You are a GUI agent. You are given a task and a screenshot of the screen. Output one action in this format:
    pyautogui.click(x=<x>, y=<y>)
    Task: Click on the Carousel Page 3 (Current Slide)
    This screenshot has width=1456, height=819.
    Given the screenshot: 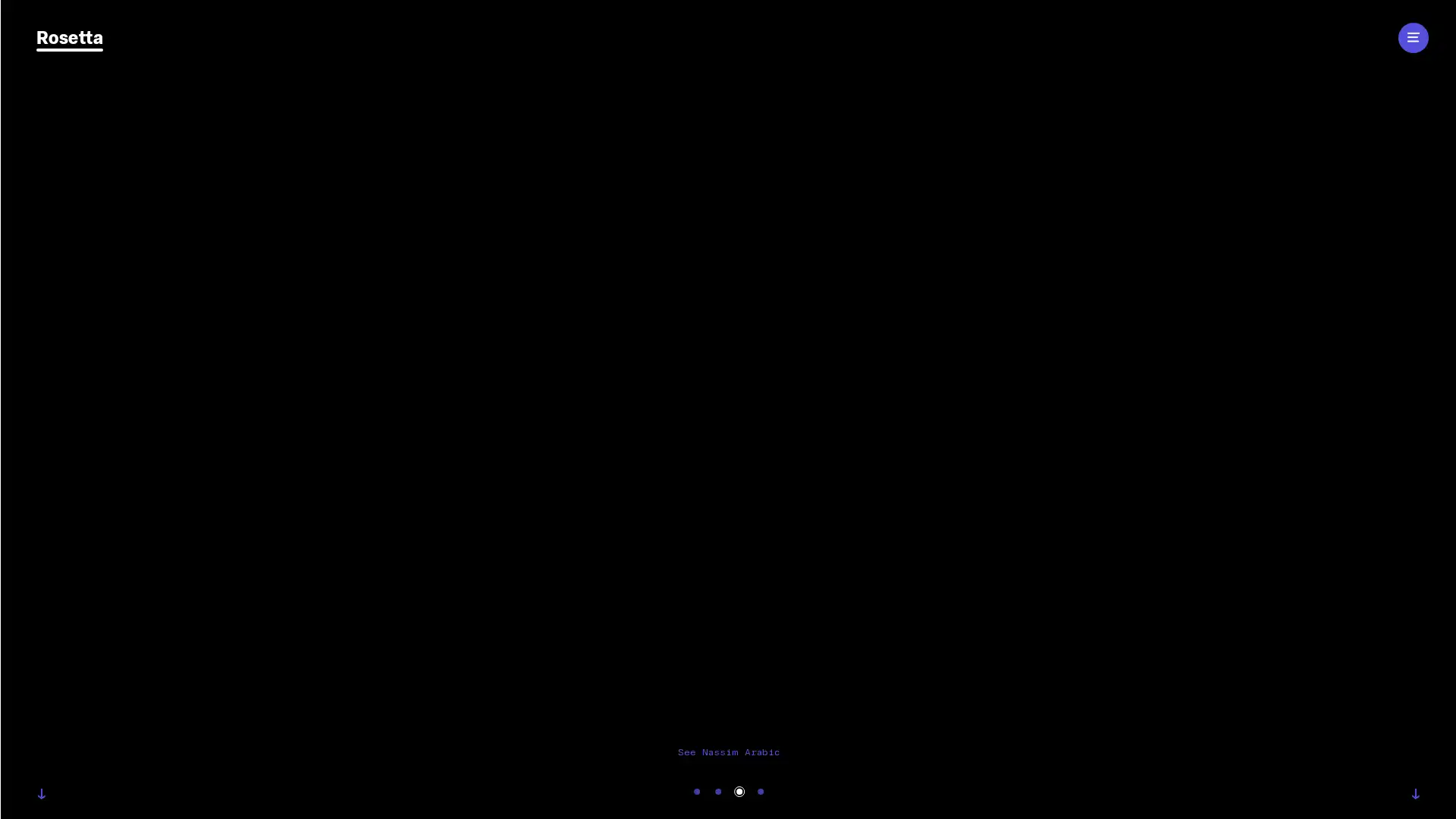 What is the action you would take?
    pyautogui.click(x=739, y=791)
    